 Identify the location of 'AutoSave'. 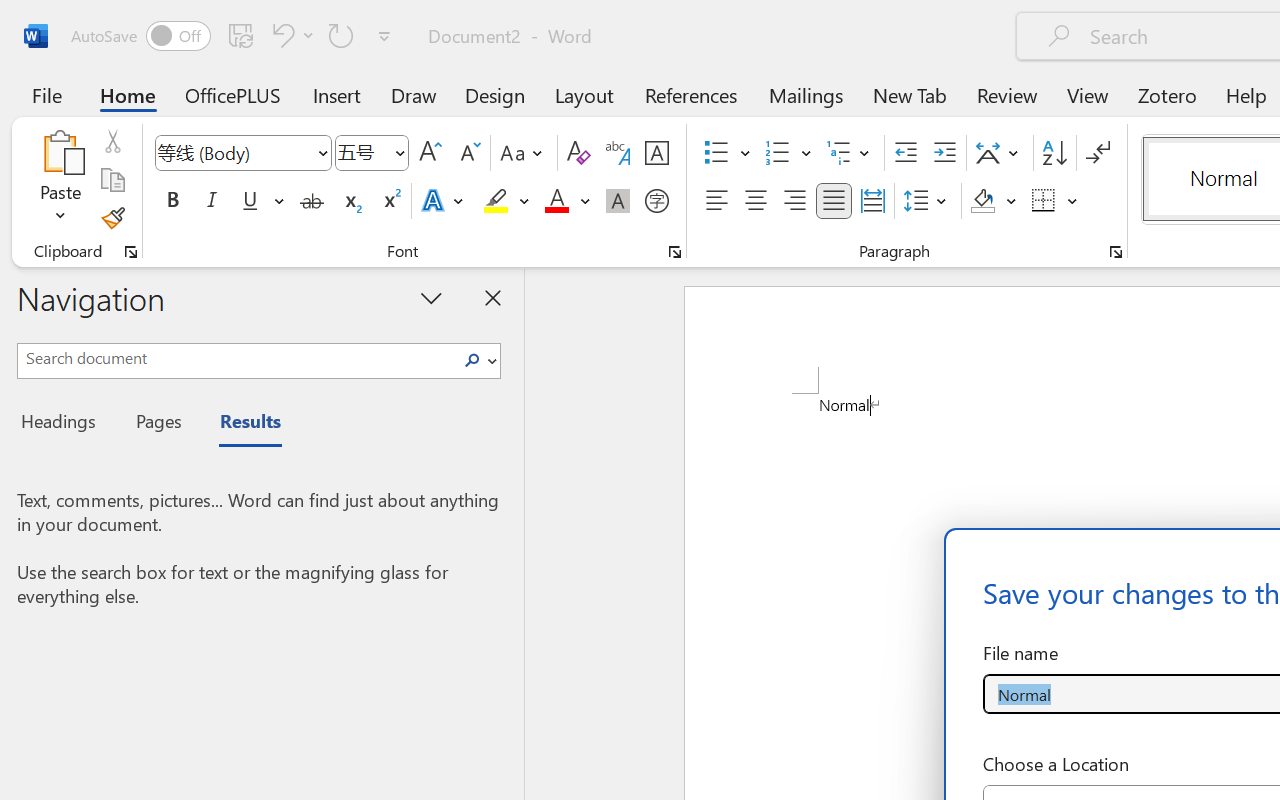
(139, 35).